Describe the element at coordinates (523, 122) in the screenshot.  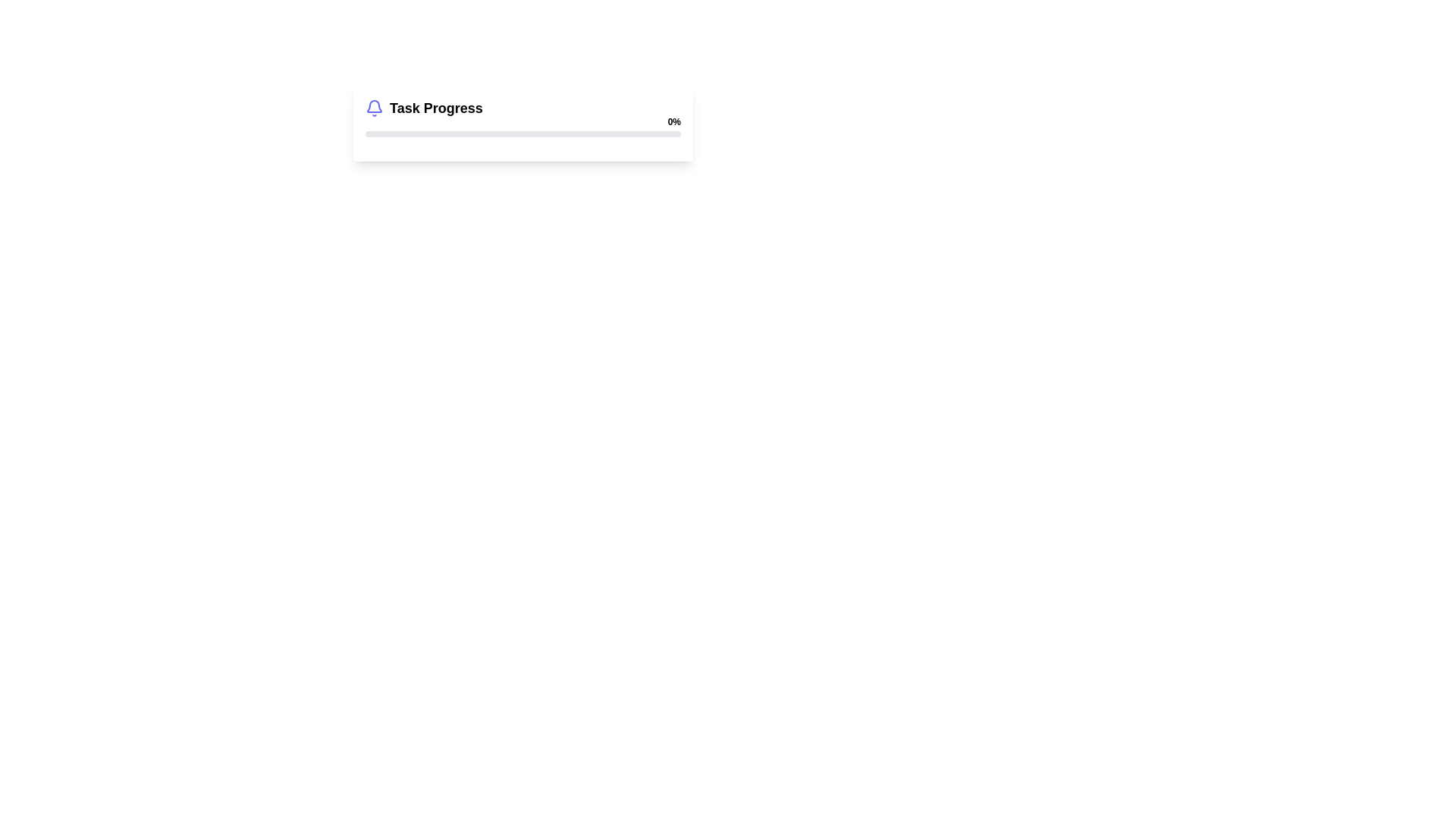
I see `the Progress indicator card` at that location.